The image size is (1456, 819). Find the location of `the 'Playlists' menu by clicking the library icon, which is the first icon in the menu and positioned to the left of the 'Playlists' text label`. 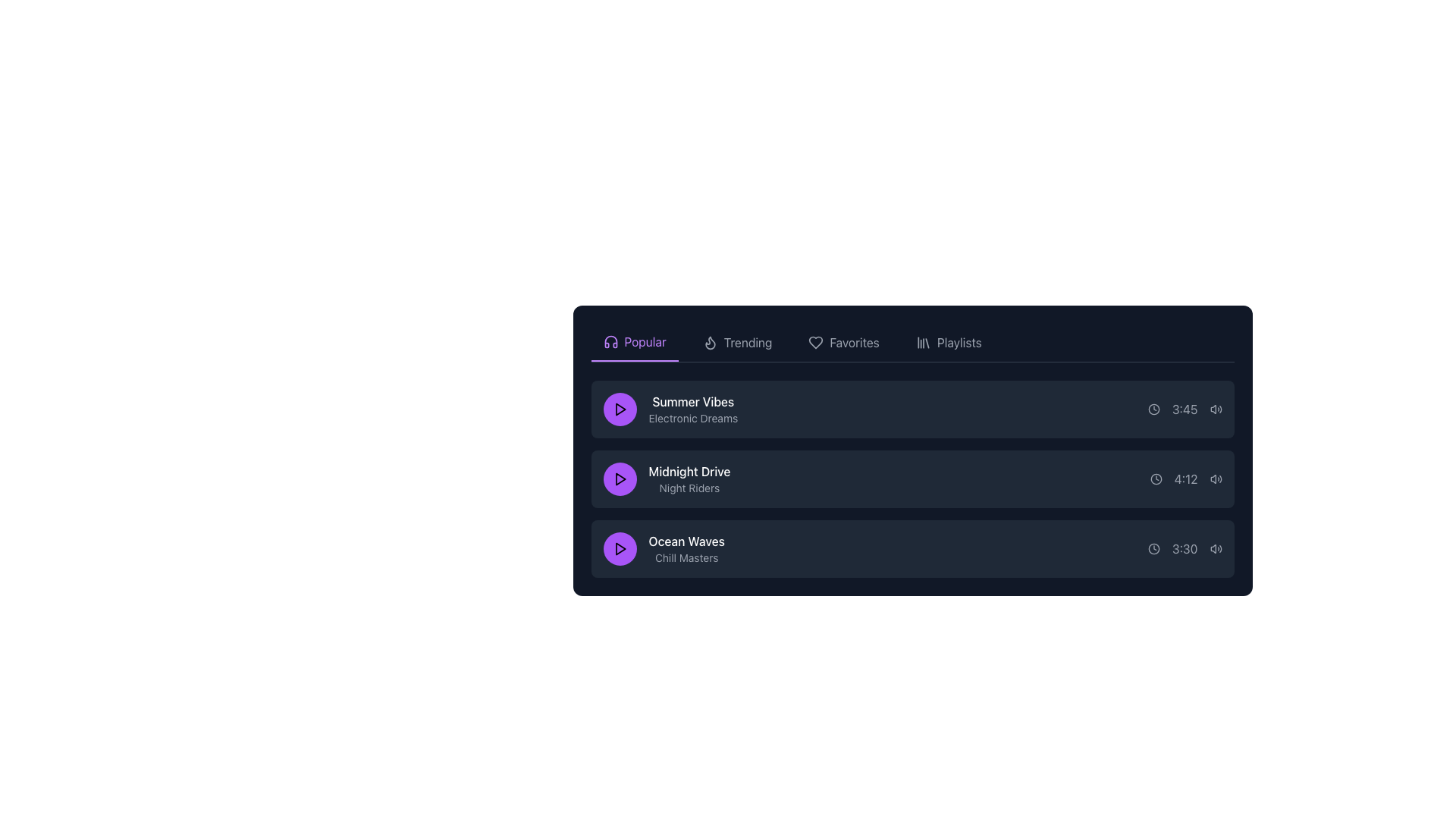

the 'Playlists' menu by clicking the library icon, which is the first icon in the menu and positioned to the left of the 'Playlists' text label is located at coordinates (922, 342).